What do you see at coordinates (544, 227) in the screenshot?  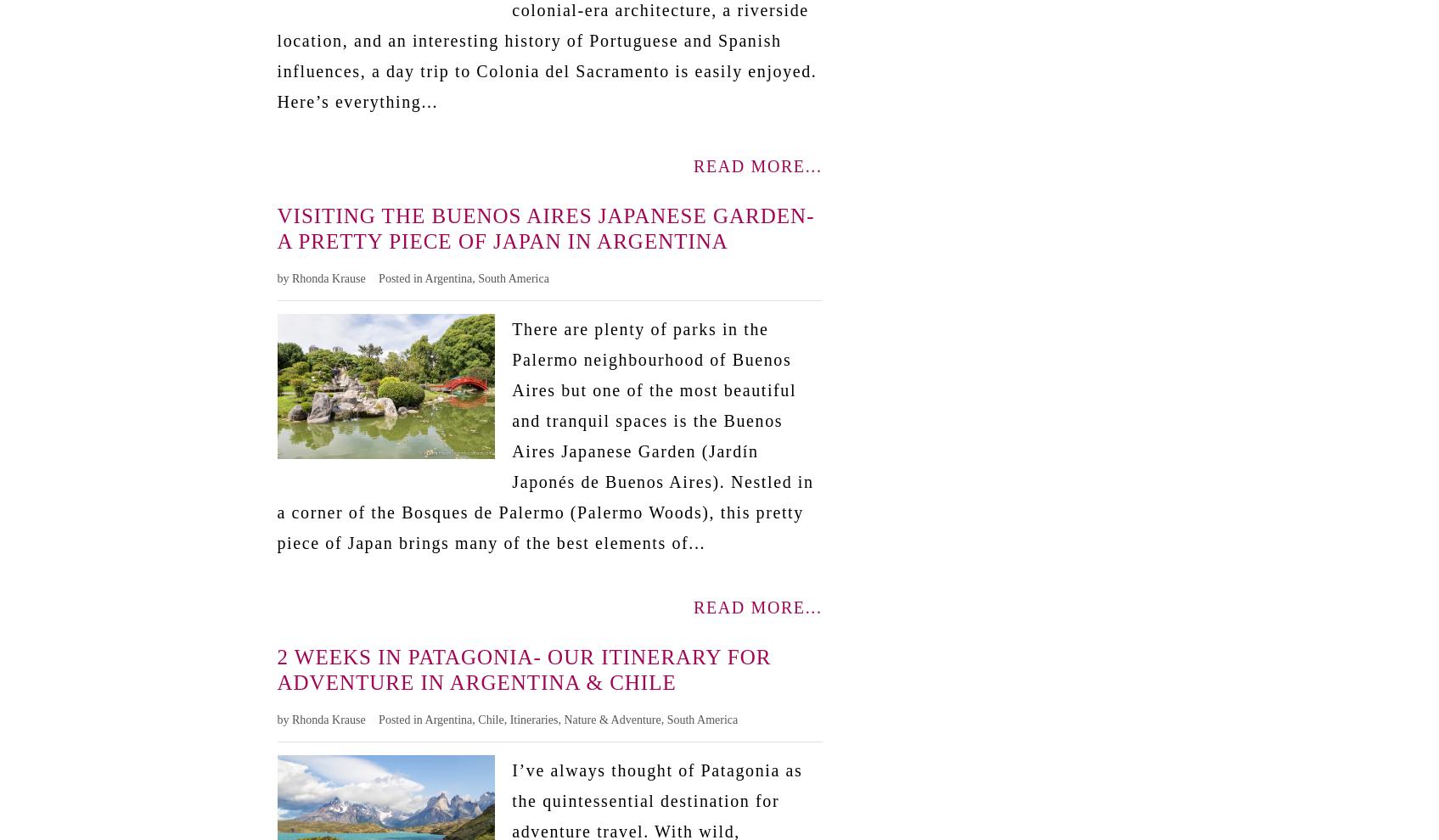 I see `'Visiting the Buenos Aires Japanese Garden- A Pretty Piece of Japan in Argentina'` at bounding box center [544, 227].